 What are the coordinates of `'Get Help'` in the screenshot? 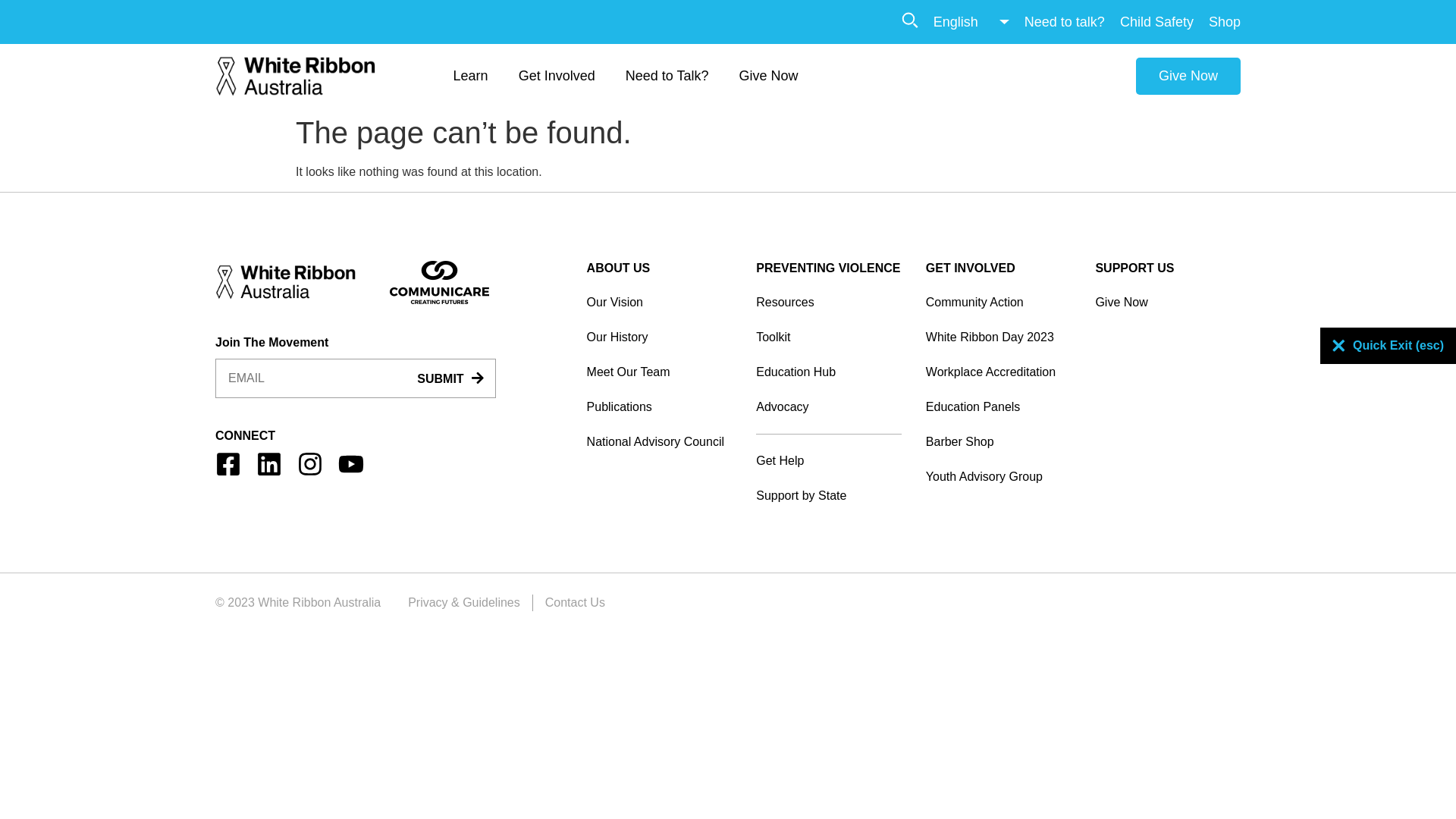 It's located at (828, 460).